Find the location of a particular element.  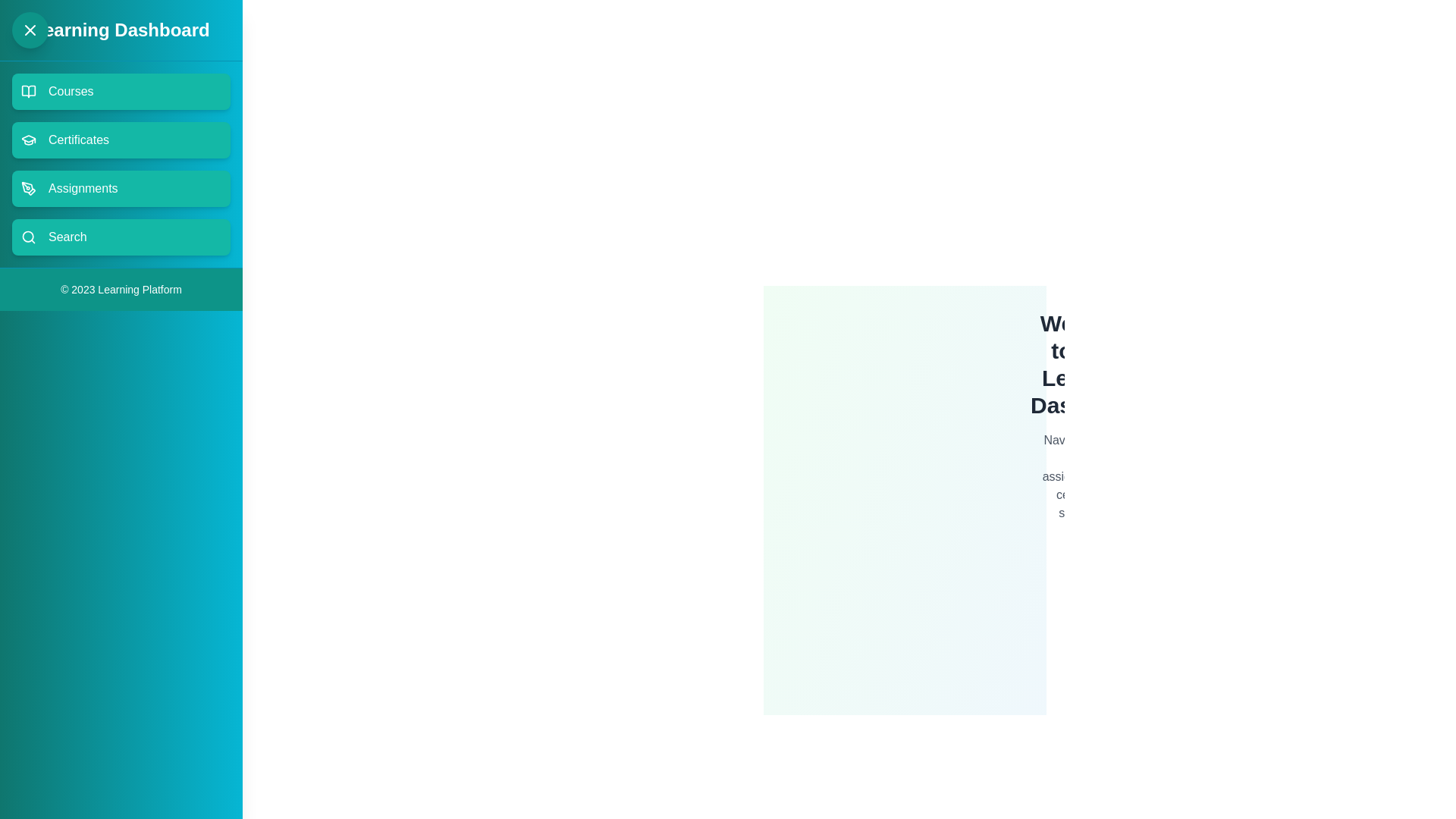

the 'Certificates' icon represented by a graduation cap located at the leftmost portion of the 'Certificates' button in the vertical navigation menu under 'Learning Dashboard' is located at coordinates (29, 140).